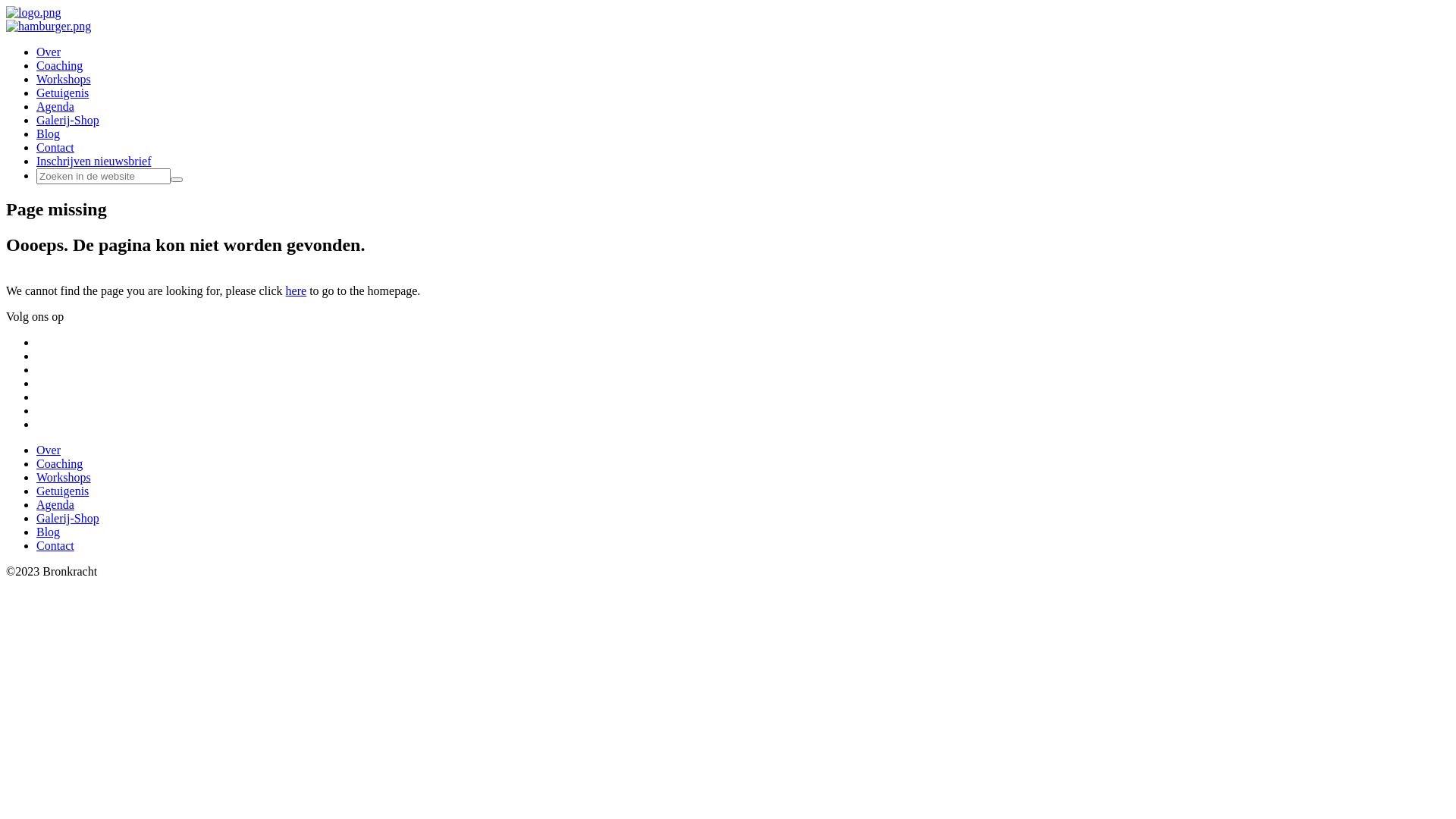 This screenshot has width=1456, height=819. Describe the element at coordinates (6, 12) in the screenshot. I see `'Bronkracht'` at that location.